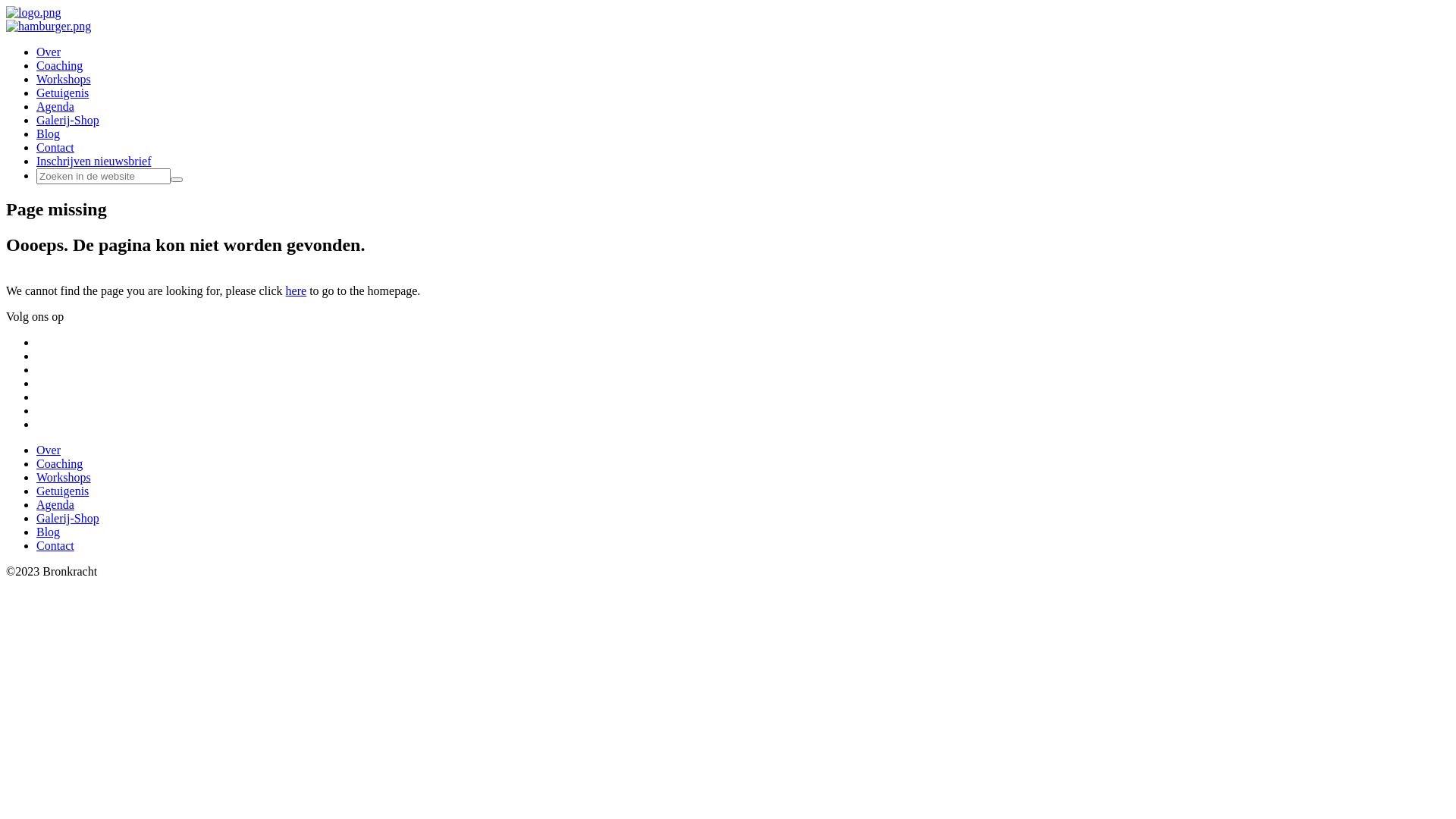 This screenshot has width=1456, height=819. Describe the element at coordinates (6, 12) in the screenshot. I see `'Bronkracht'` at that location.